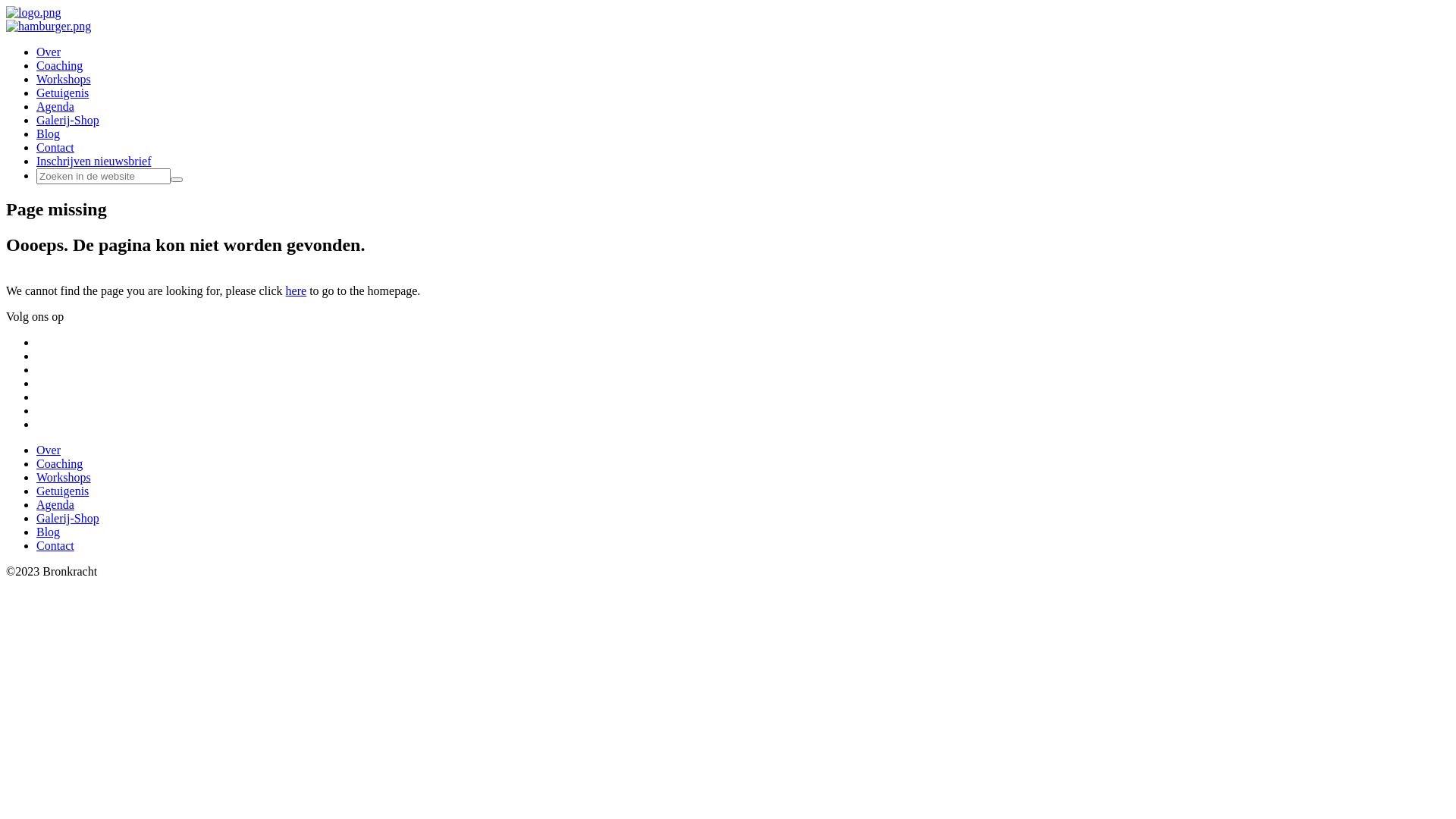 This screenshot has width=1456, height=819. Describe the element at coordinates (6, 12) in the screenshot. I see `'Bronkracht'` at that location.